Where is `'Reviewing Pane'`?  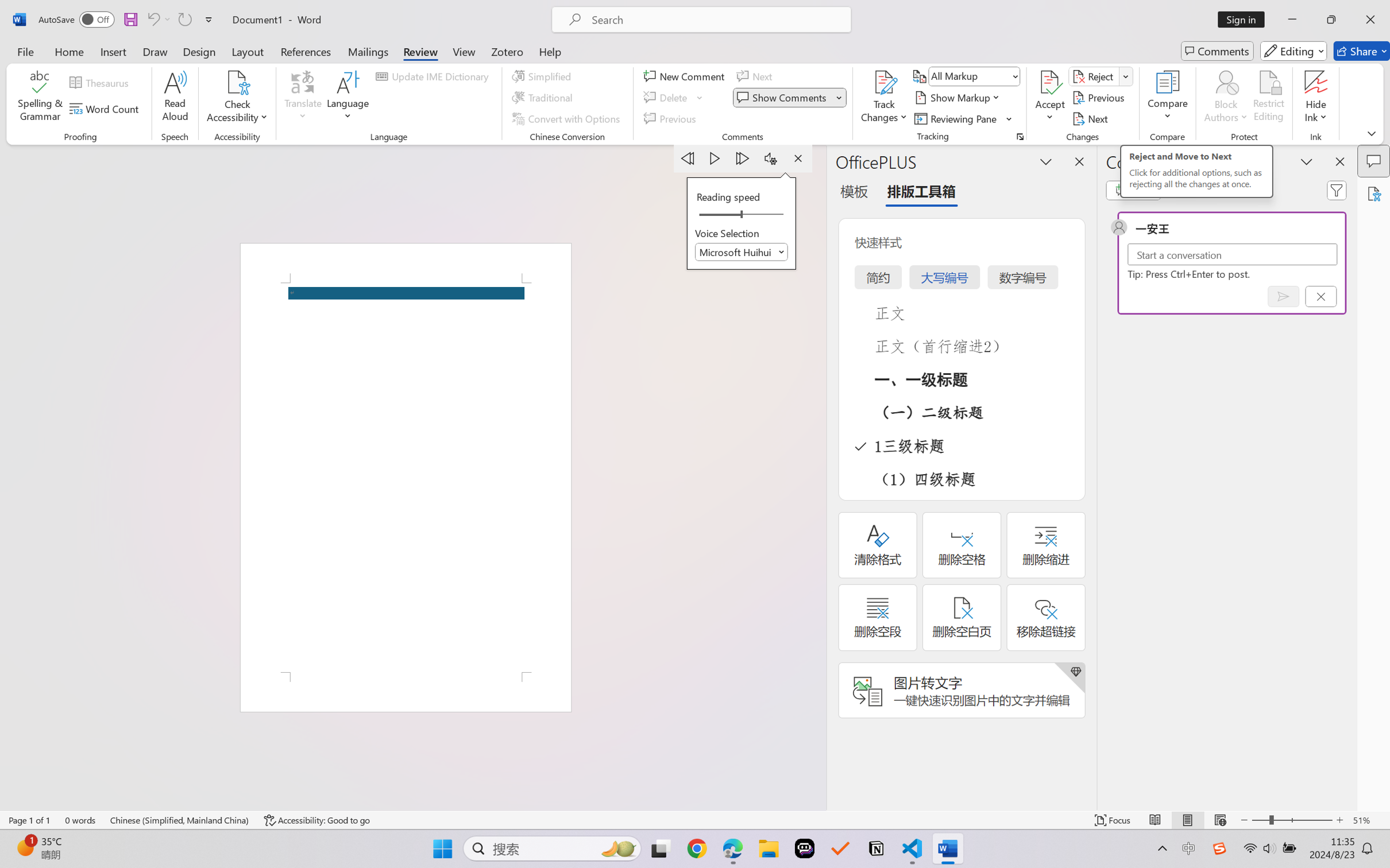
'Reviewing Pane' is located at coordinates (956, 119).